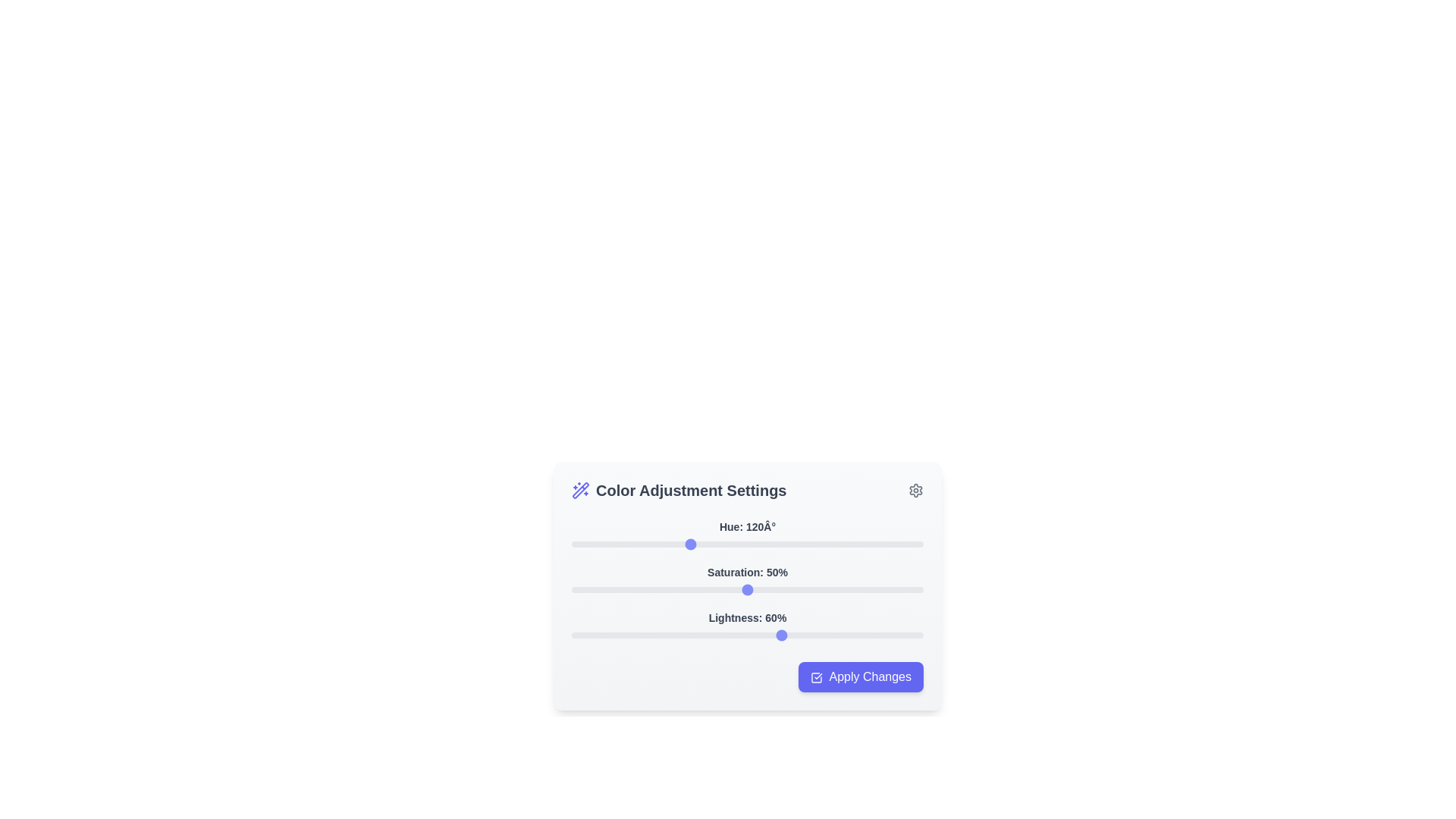  What do you see at coordinates (747, 543) in the screenshot?
I see `the track of the horizontal range slider labeled 'Hue: 120°' to move the thumb along the track` at bounding box center [747, 543].